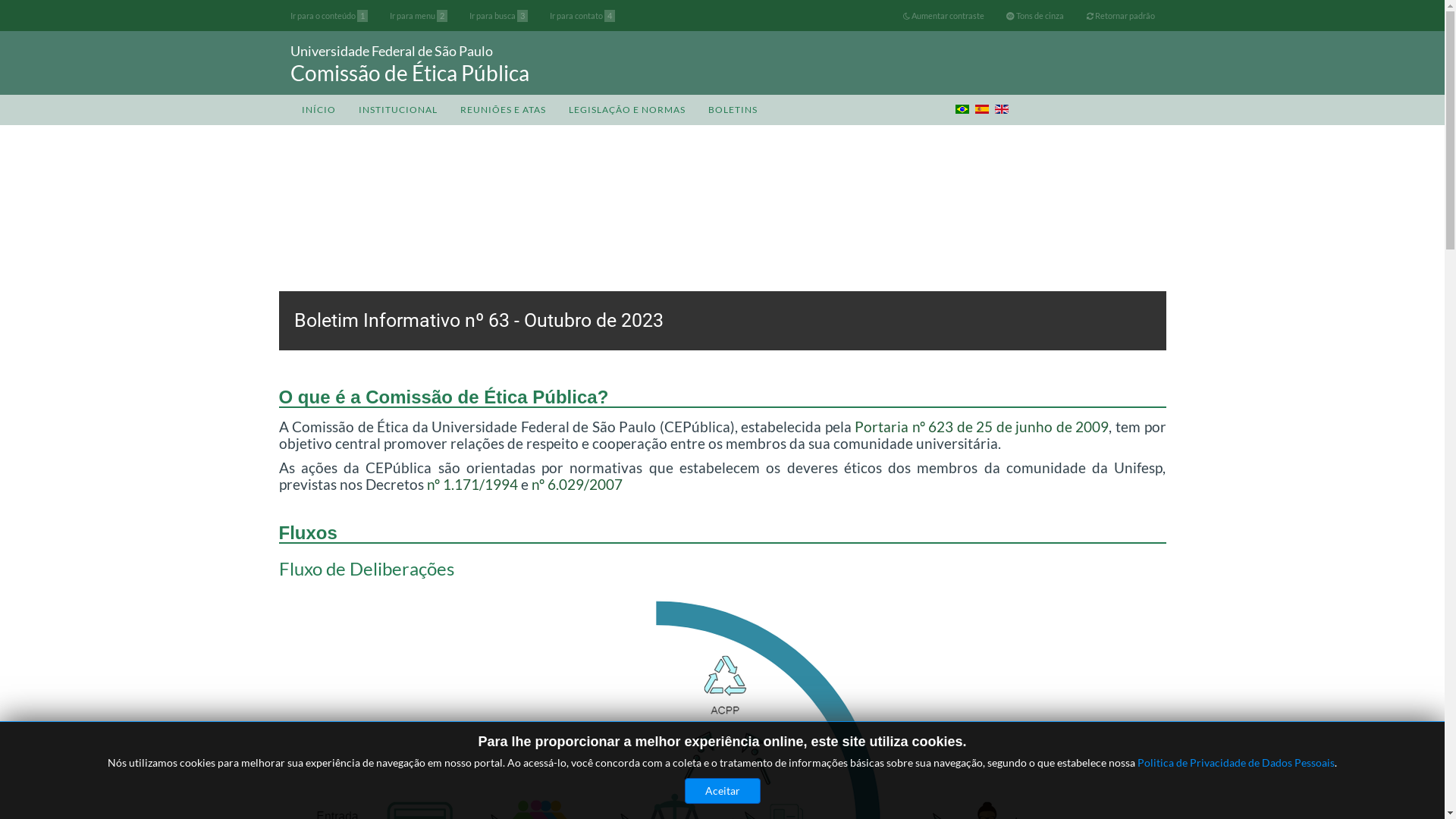 The height and width of the screenshot is (819, 1456). I want to click on 'BOLETINS', so click(732, 109).